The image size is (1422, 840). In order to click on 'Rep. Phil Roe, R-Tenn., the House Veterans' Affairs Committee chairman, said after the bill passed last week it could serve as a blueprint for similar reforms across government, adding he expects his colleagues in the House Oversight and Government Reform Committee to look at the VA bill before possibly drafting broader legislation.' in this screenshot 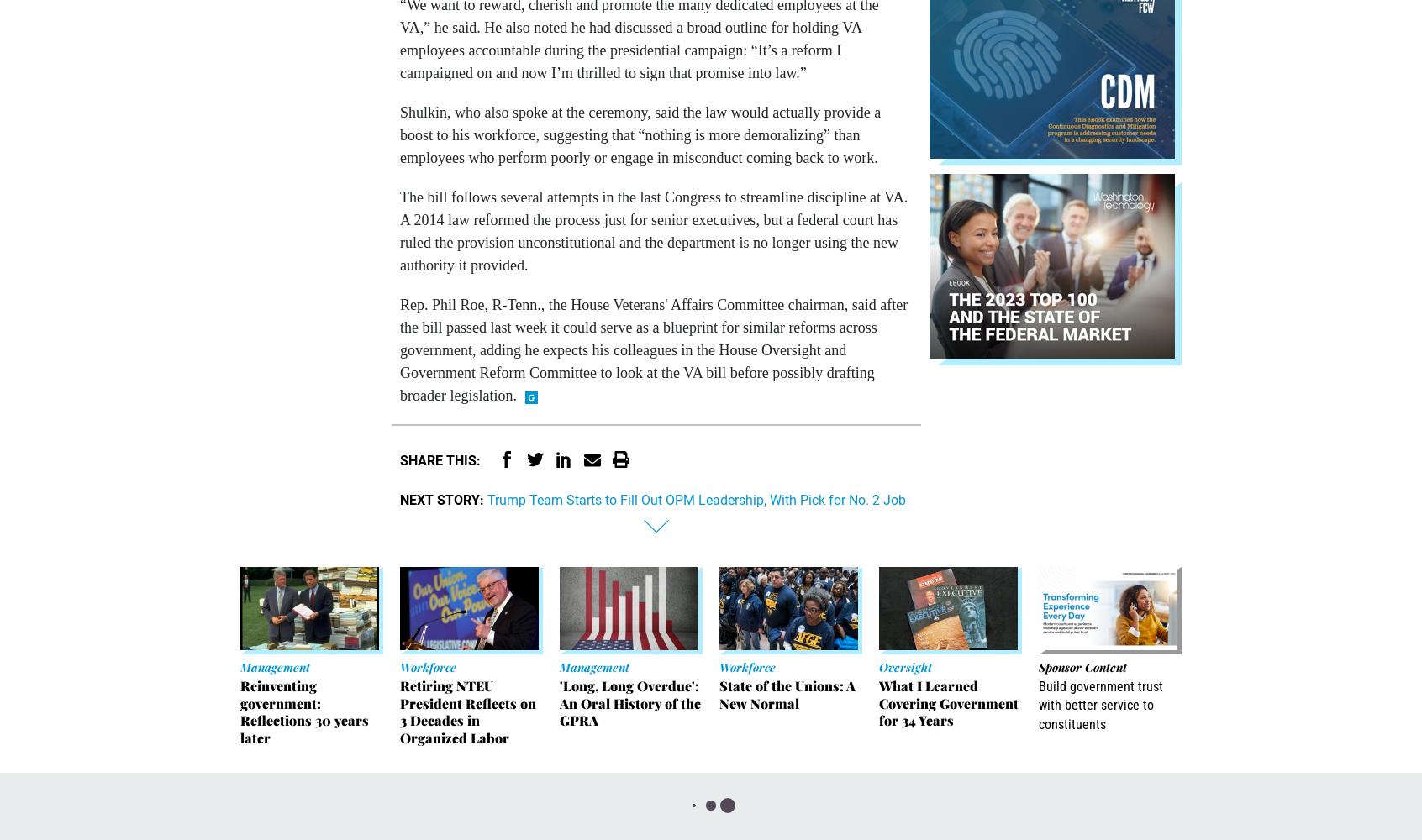, I will do `click(653, 350)`.